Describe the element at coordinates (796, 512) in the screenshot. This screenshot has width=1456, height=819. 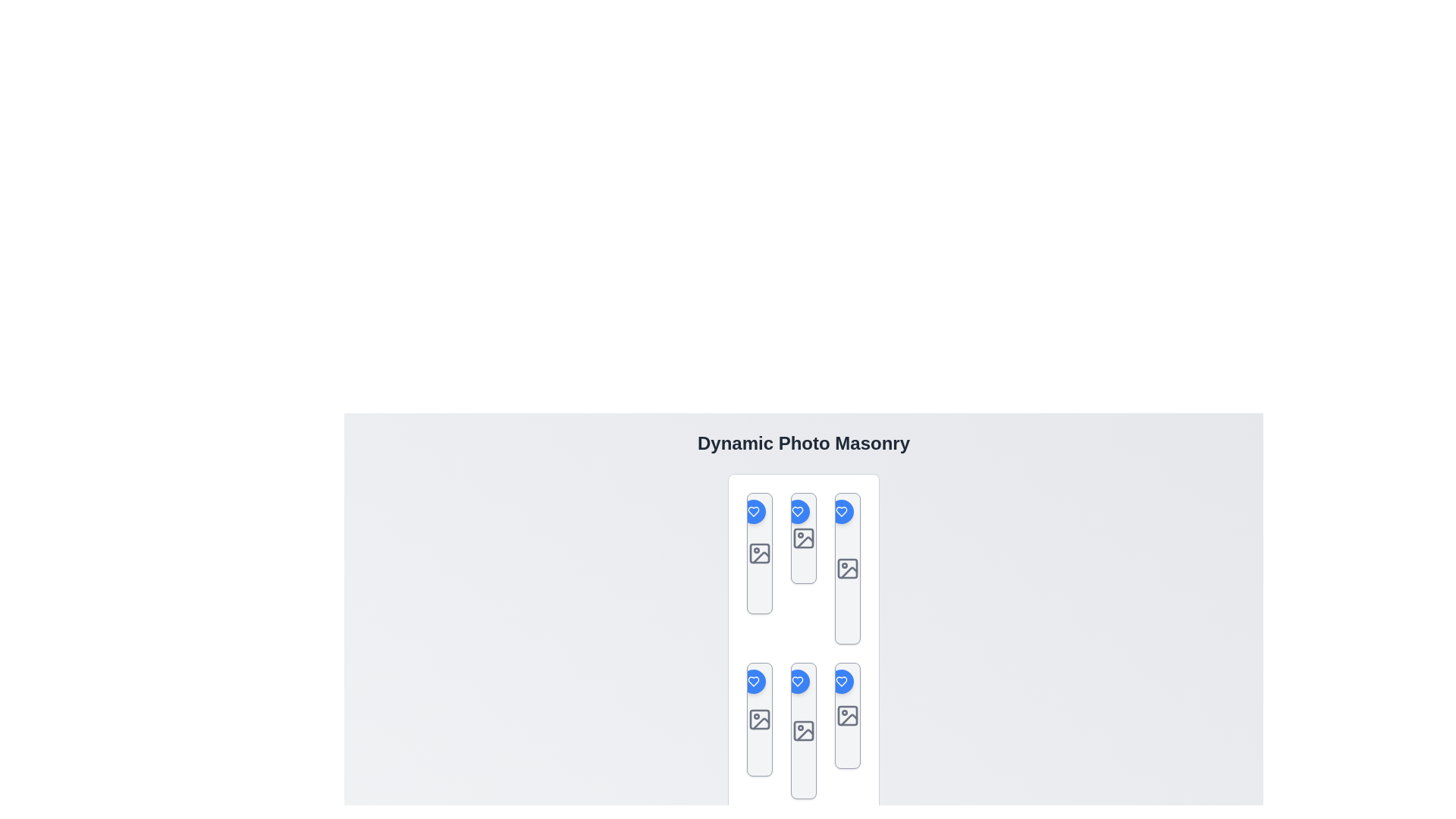
I see `the button in the top-right corner of the card` at that location.